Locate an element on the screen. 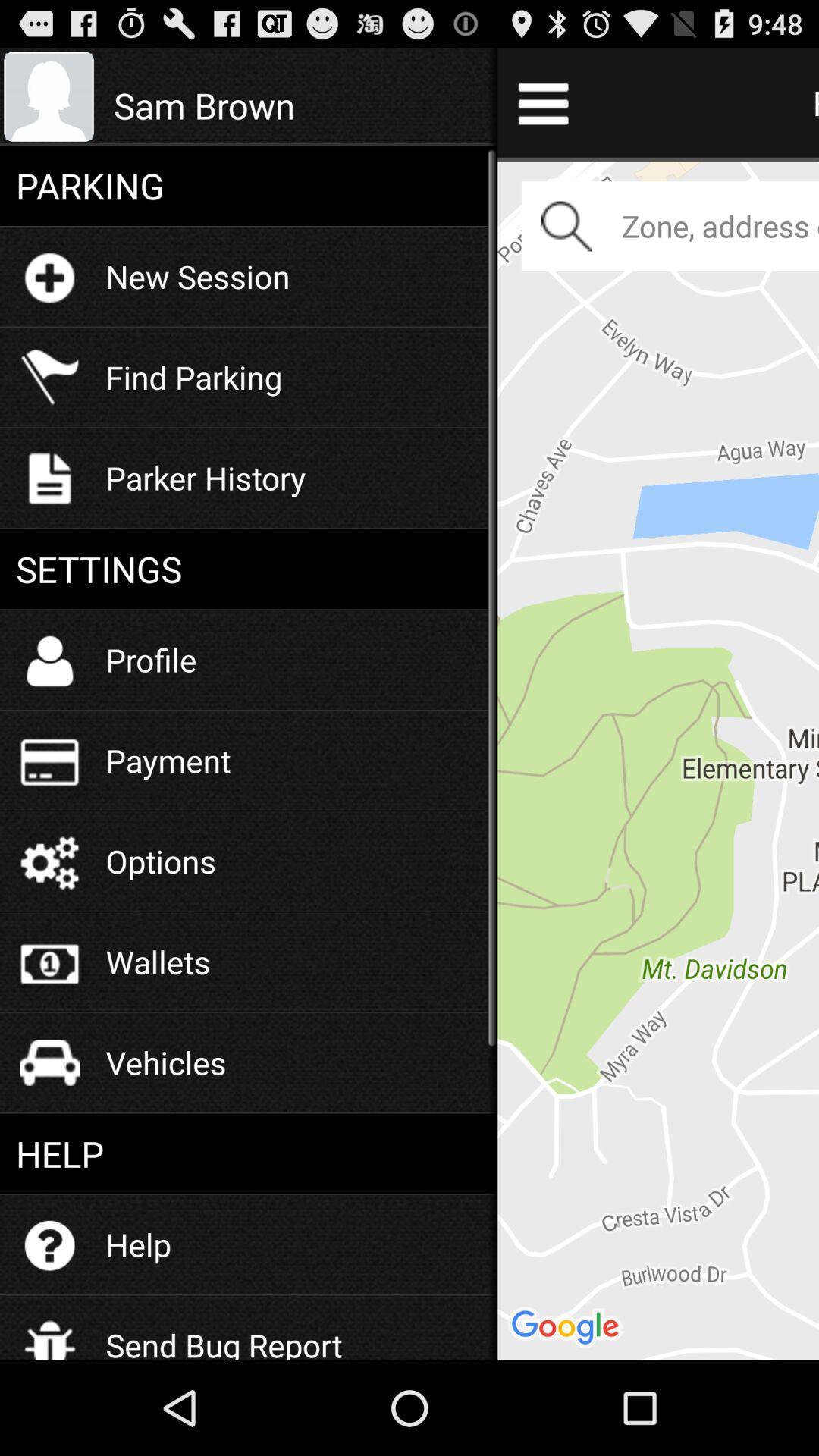 The height and width of the screenshot is (1456, 819). the icon which is left to the text options is located at coordinates (49, 861).